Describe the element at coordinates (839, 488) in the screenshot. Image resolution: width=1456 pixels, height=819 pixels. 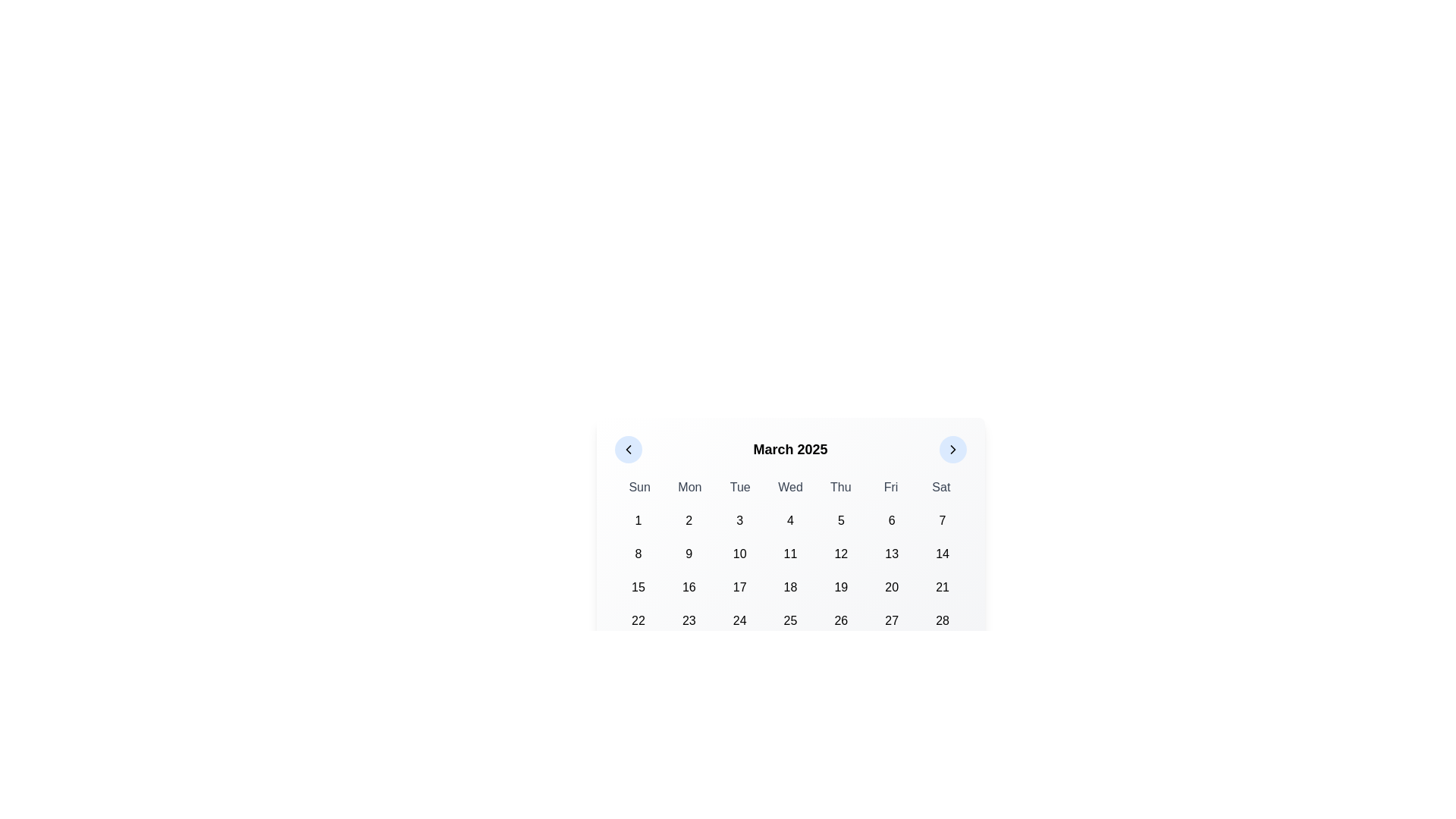
I see `the header label for the column representing Thursdays in the calendar, located between 'Wed' and 'Fri'` at that location.